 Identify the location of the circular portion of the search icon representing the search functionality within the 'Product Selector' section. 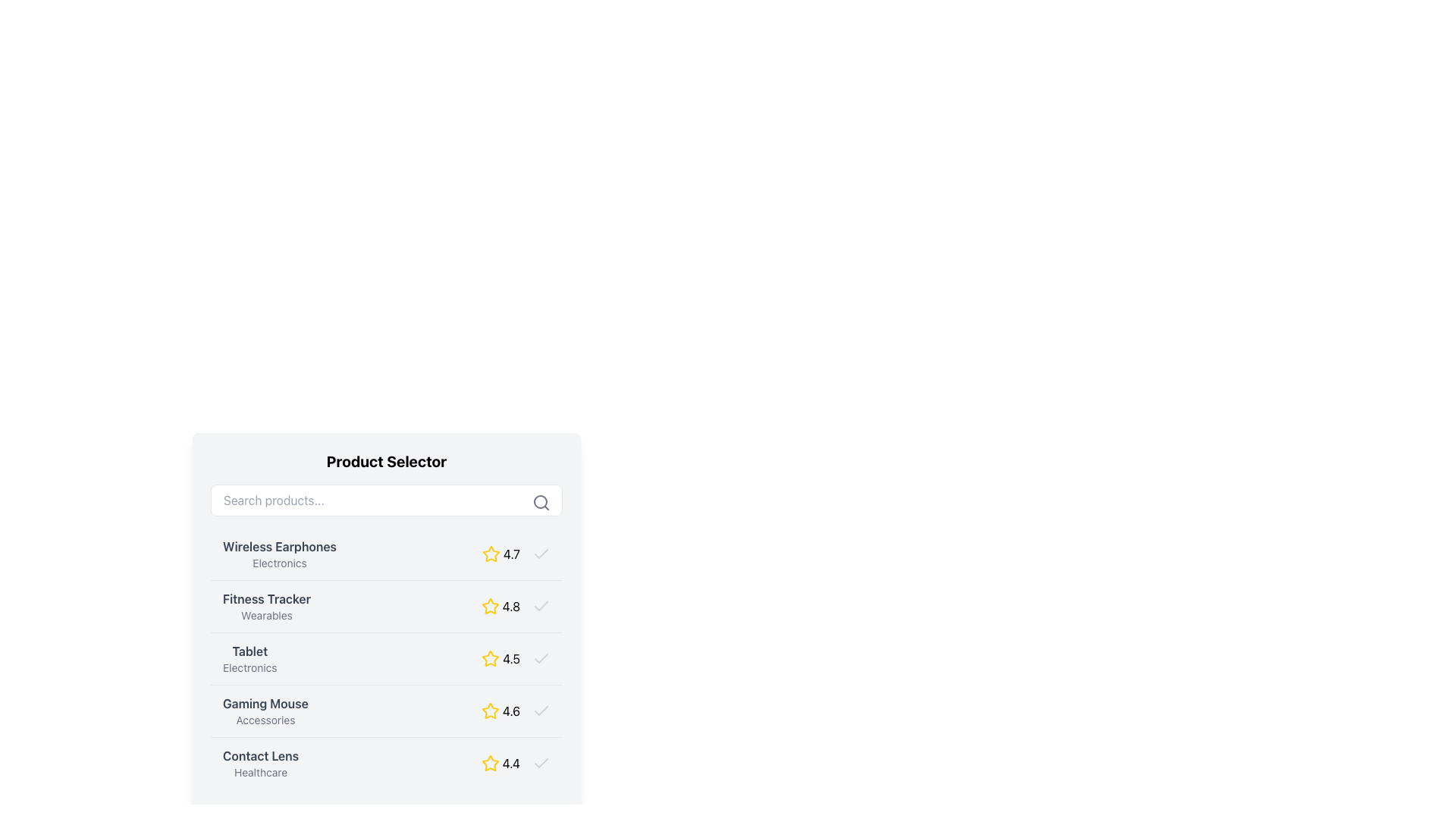
(541, 502).